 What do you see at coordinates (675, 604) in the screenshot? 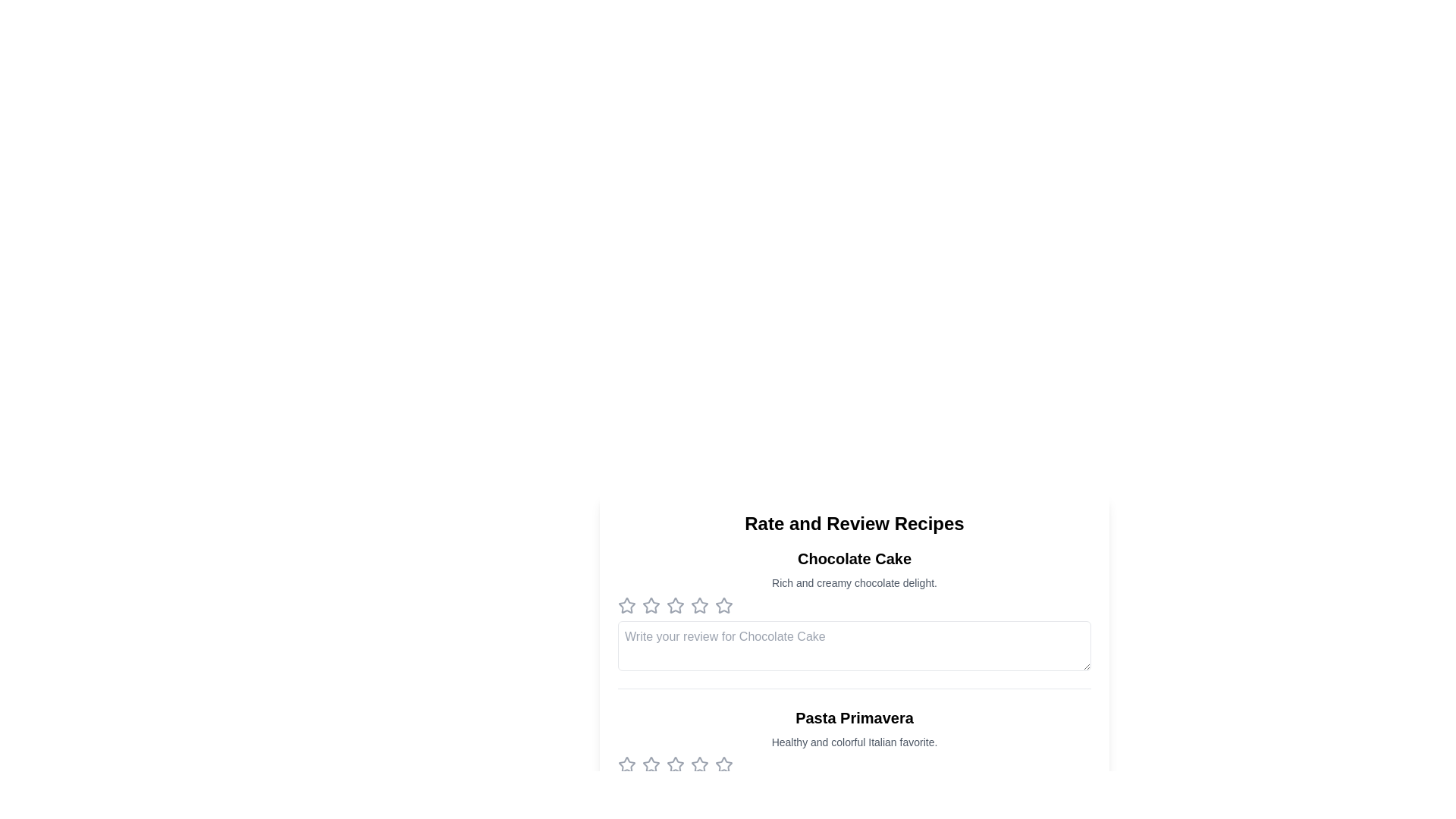
I see `the second star icon in the 'Rate and Review Recipes' section to indicate a rating of two stars` at bounding box center [675, 604].